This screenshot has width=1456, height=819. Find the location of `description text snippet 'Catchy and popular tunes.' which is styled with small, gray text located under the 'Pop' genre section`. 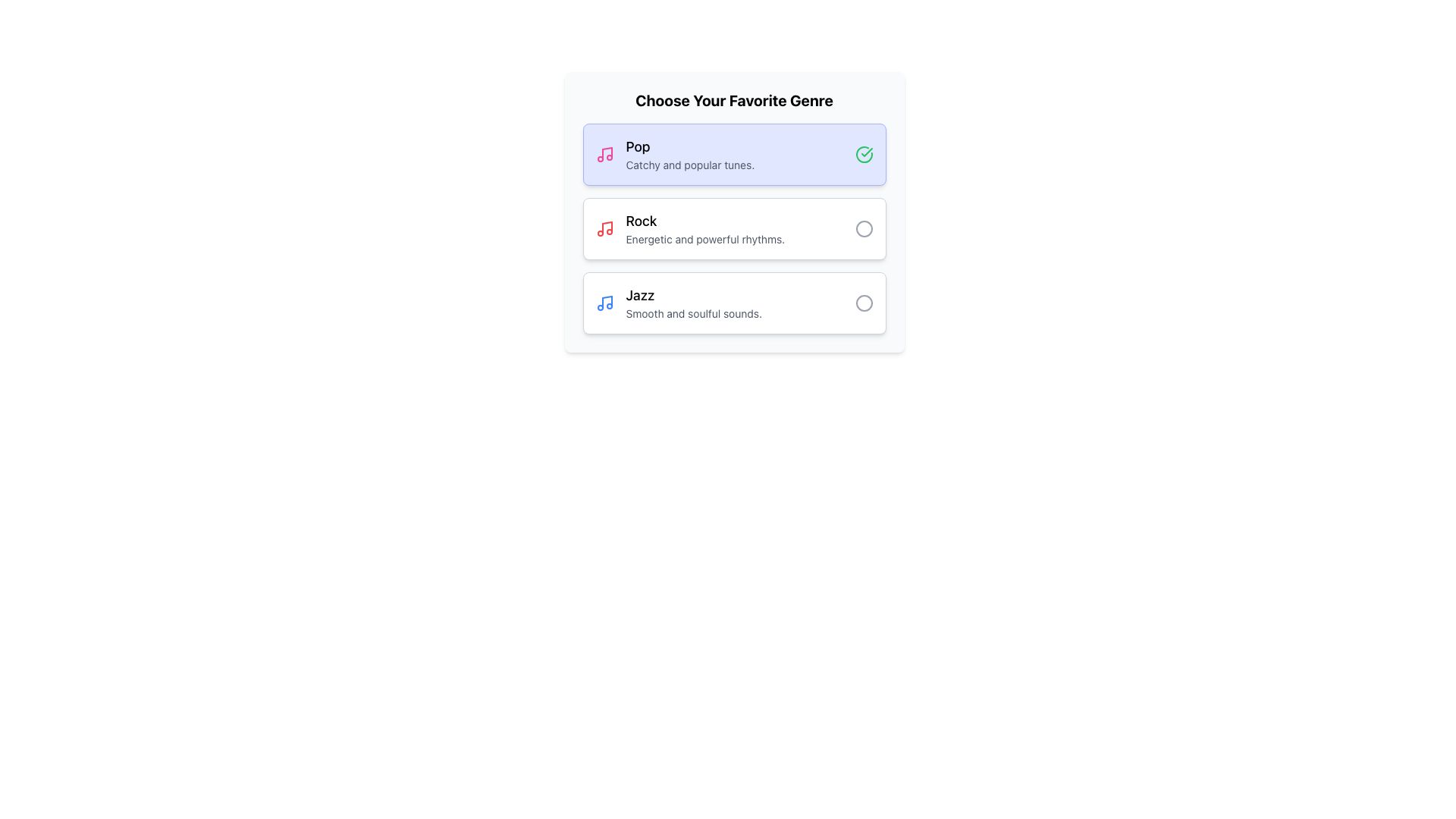

description text snippet 'Catchy and popular tunes.' which is styled with small, gray text located under the 'Pop' genre section is located at coordinates (740, 165).